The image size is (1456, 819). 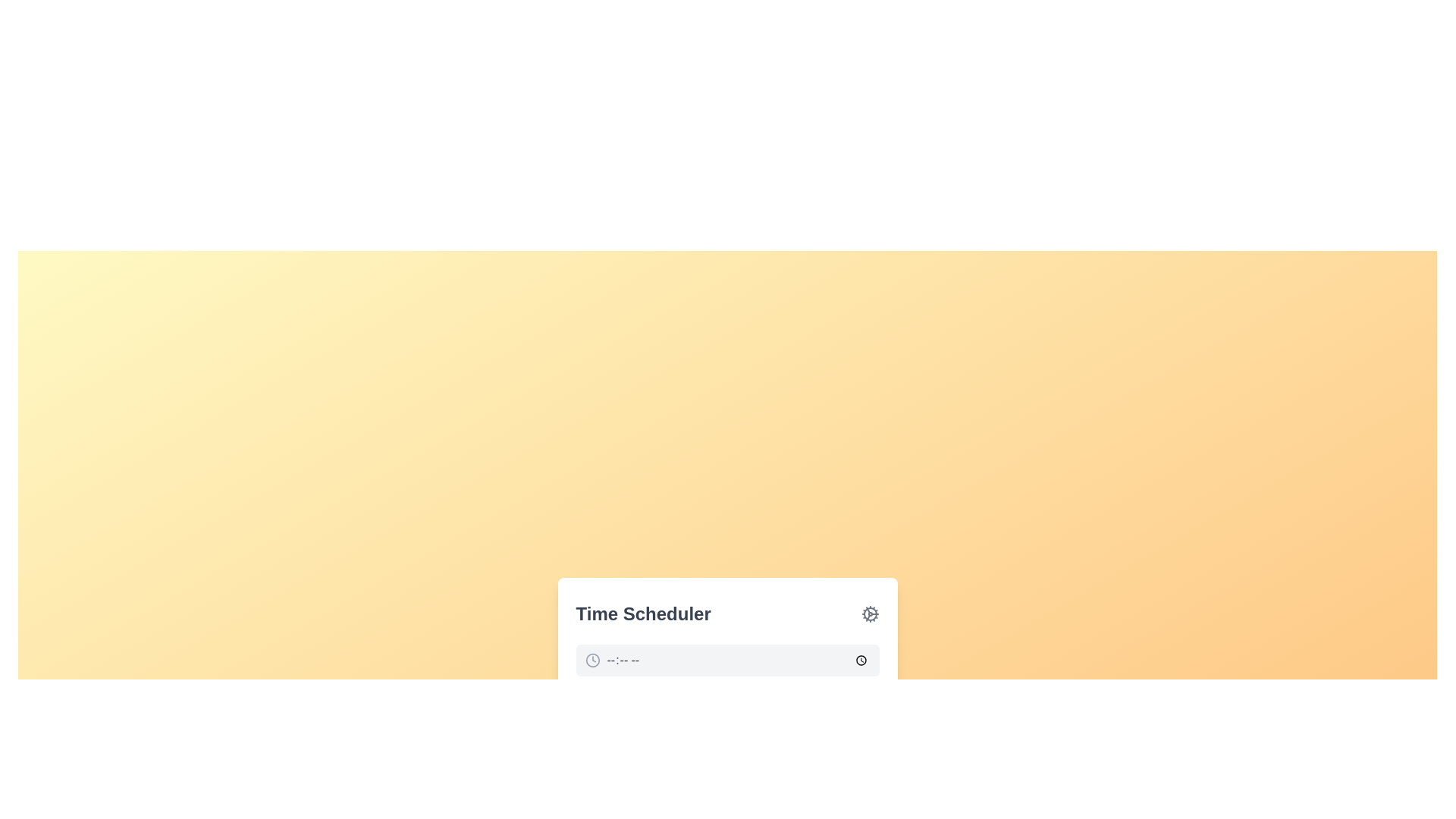 What do you see at coordinates (726, 680) in the screenshot?
I see `the time input field located within the 'Time Scheduler' card, positioned directly below the card's title and to the left of a settings icon, for input` at bounding box center [726, 680].